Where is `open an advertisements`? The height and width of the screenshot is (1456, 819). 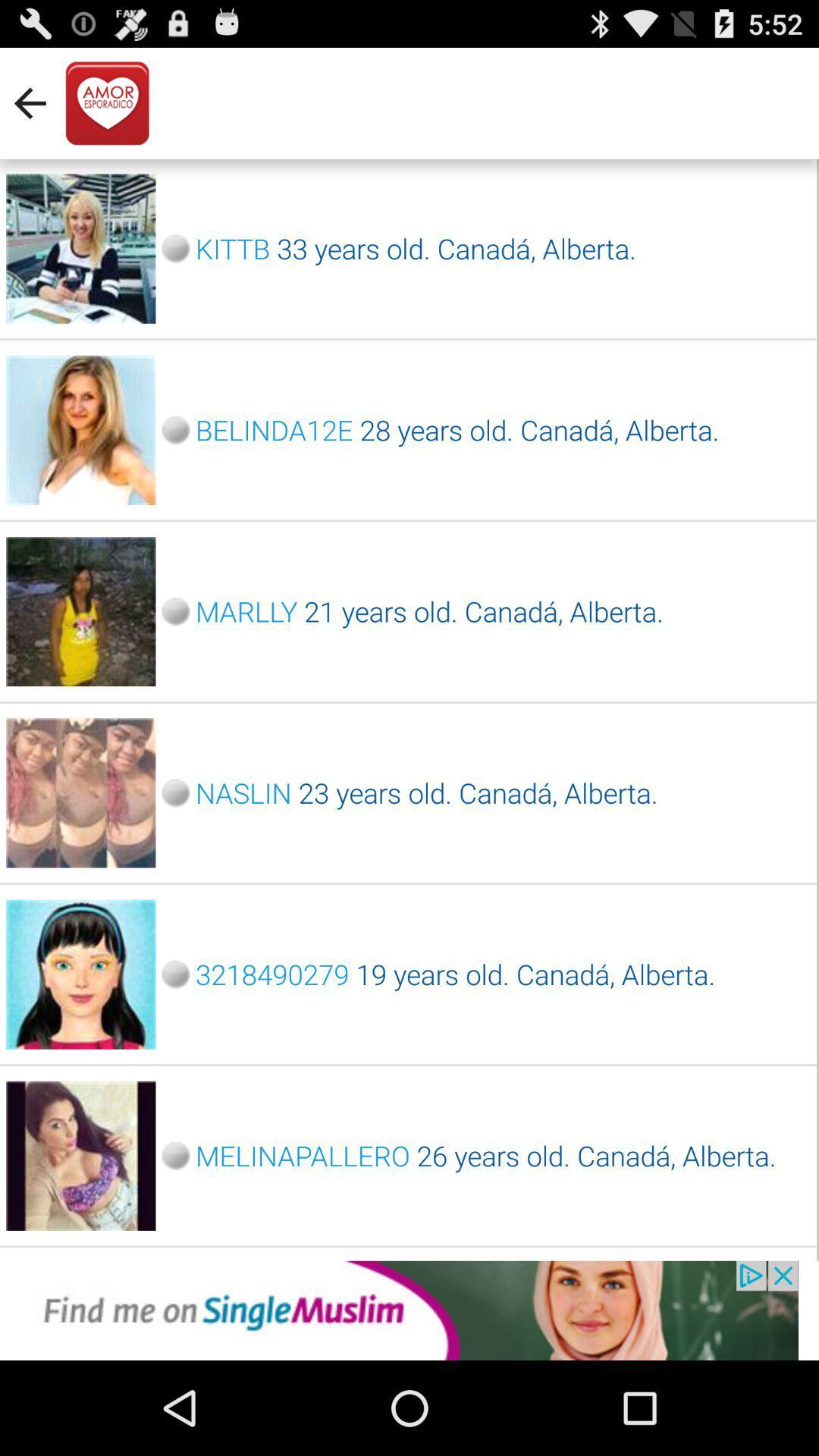 open an advertisements is located at coordinates (409, 1310).